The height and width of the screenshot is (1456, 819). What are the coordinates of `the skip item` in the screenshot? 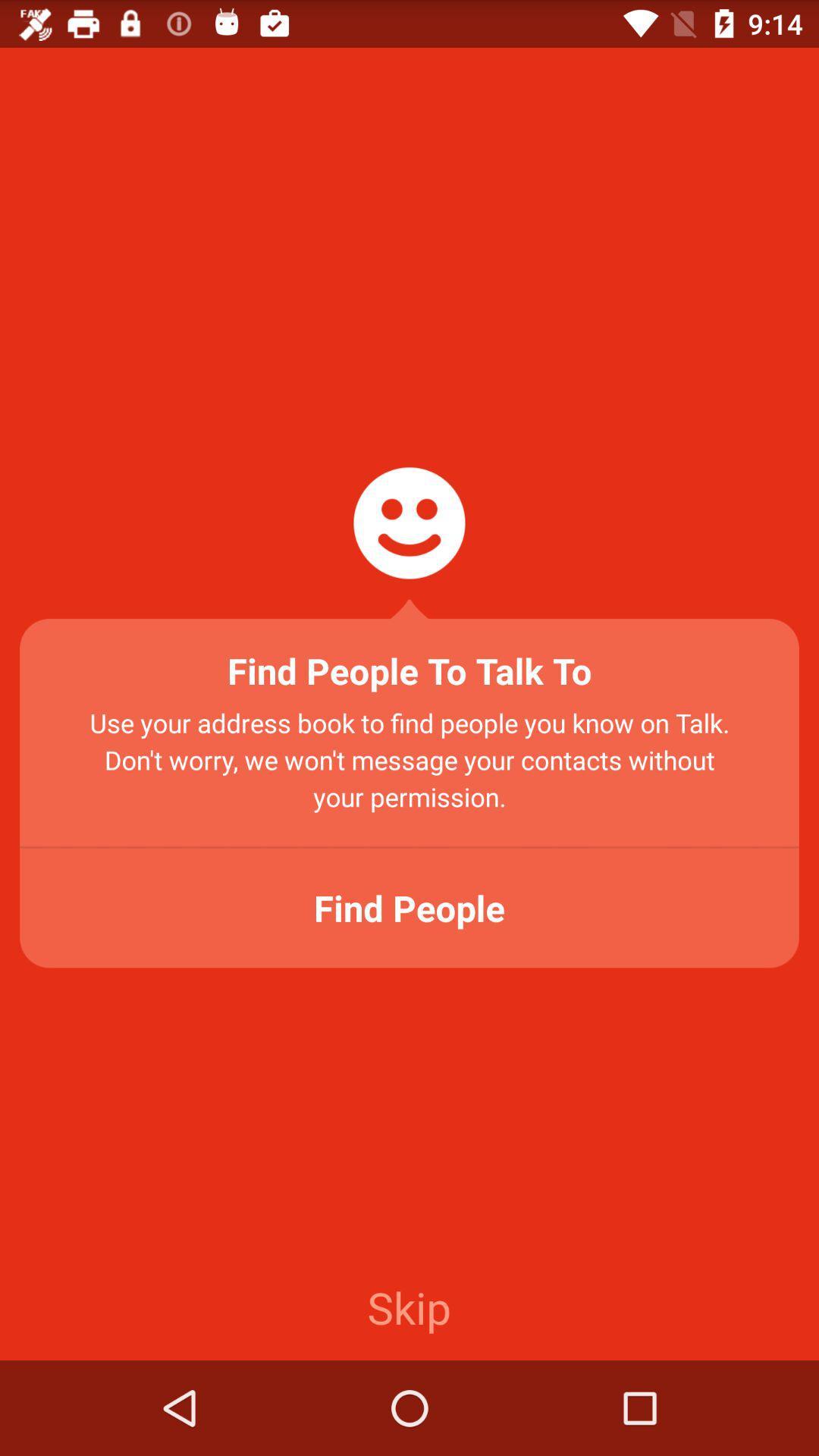 It's located at (408, 1306).